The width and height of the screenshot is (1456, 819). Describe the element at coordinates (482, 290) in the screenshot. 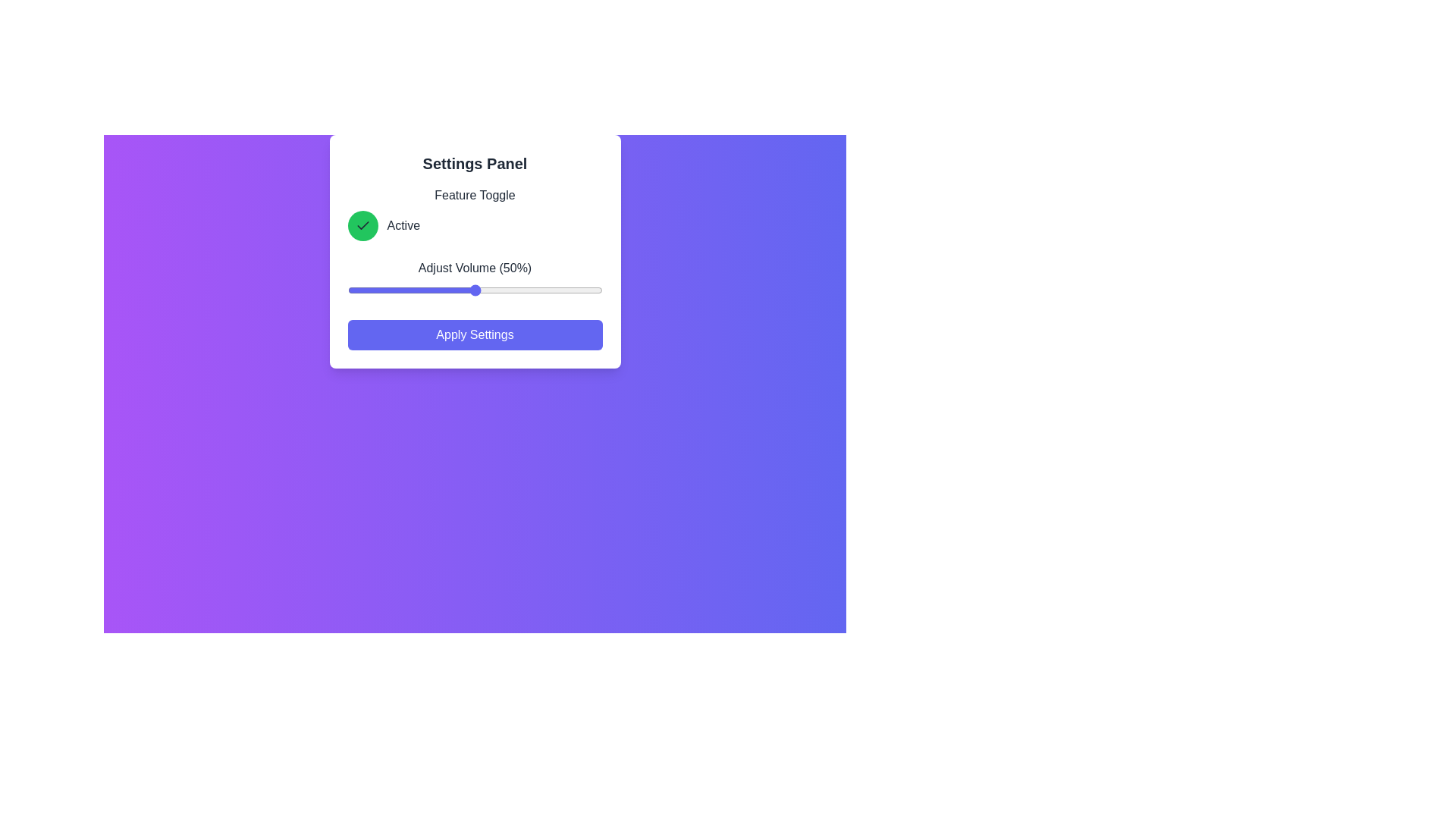

I see `the volume` at that location.